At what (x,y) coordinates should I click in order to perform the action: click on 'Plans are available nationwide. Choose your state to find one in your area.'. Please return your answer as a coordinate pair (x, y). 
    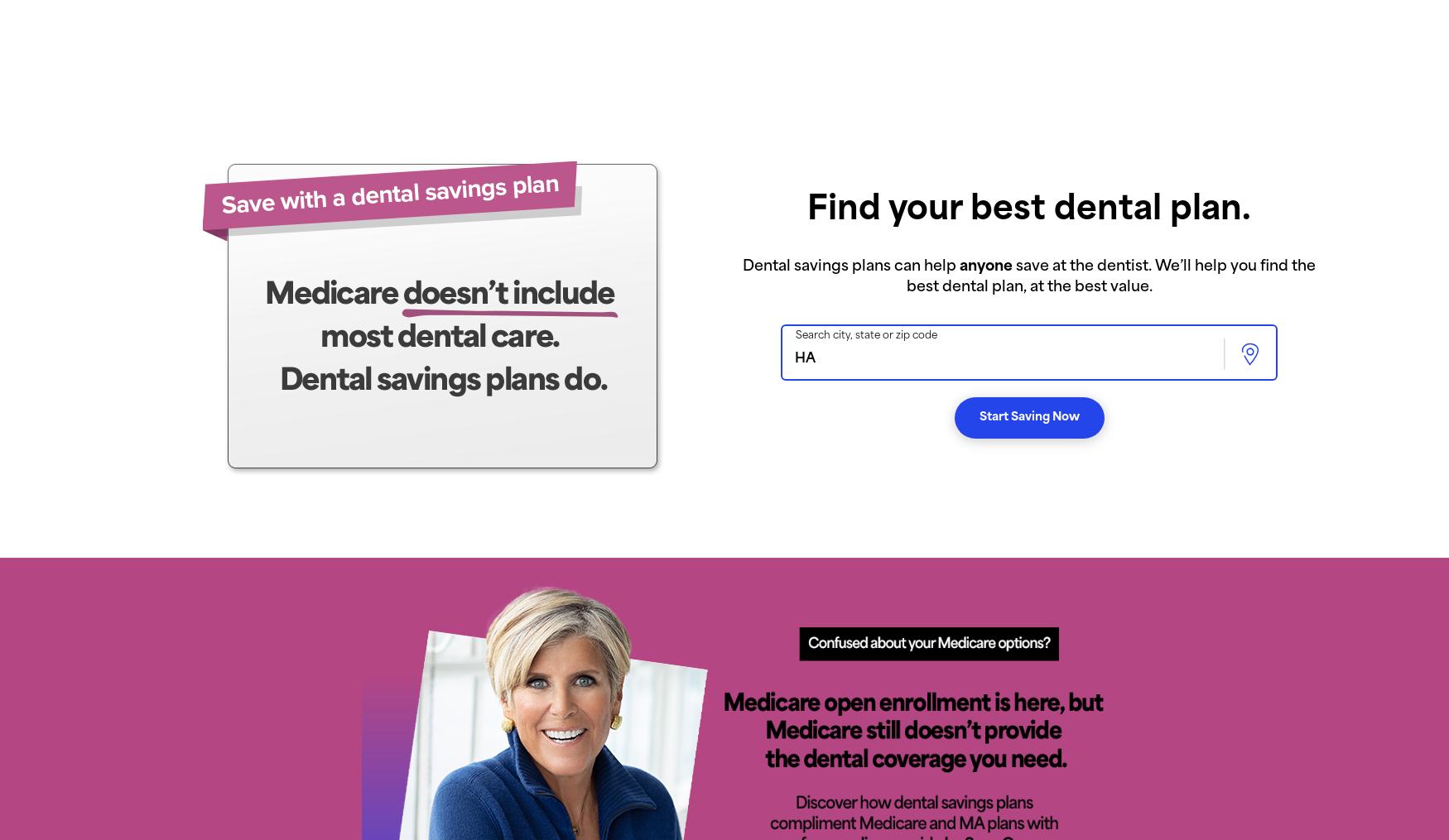
    Looking at the image, I should click on (296, 25).